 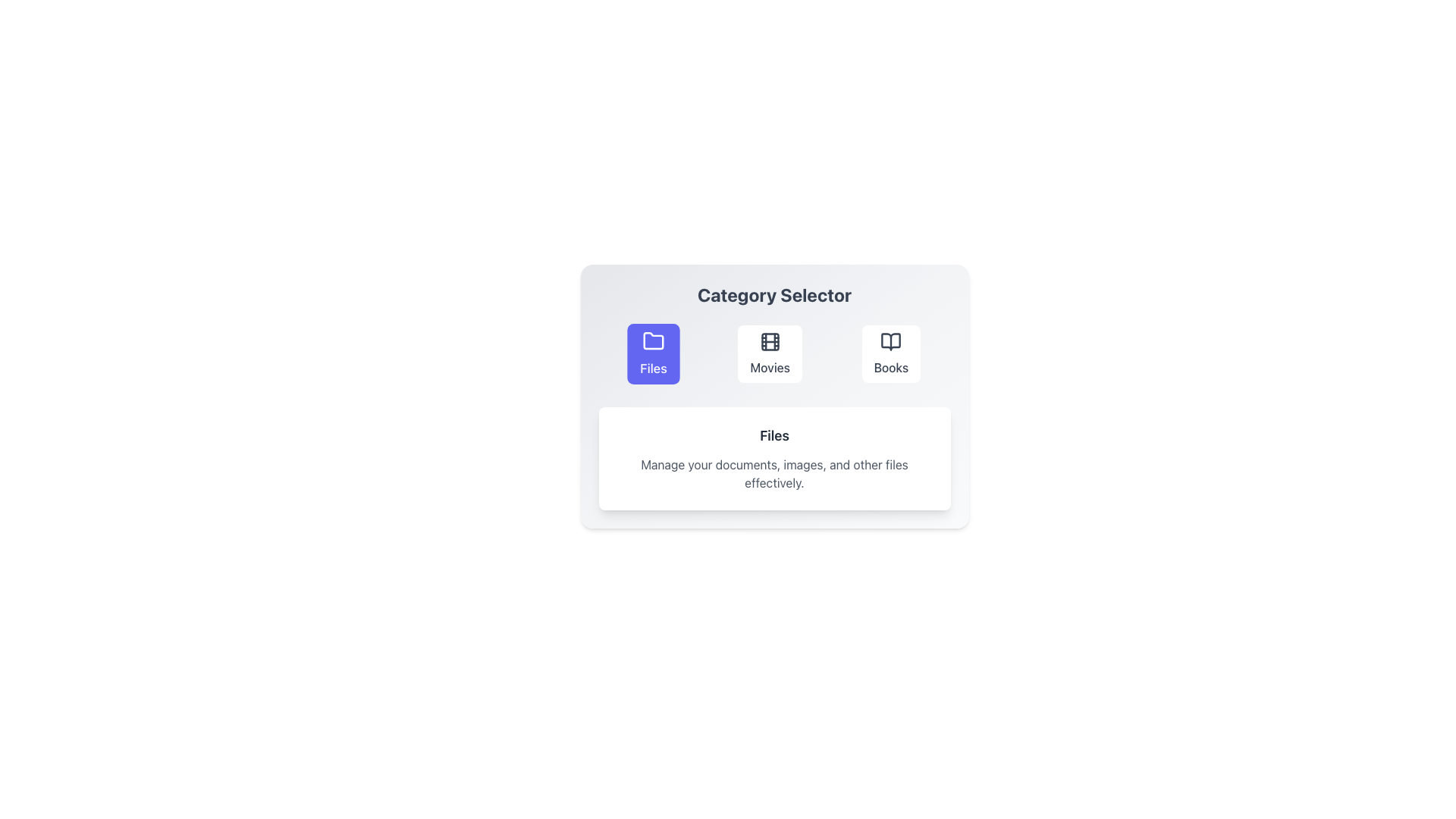 What do you see at coordinates (891, 353) in the screenshot?
I see `the 'Books' category button, which has a white background and an open book icon, to change its background color to light grey` at bounding box center [891, 353].